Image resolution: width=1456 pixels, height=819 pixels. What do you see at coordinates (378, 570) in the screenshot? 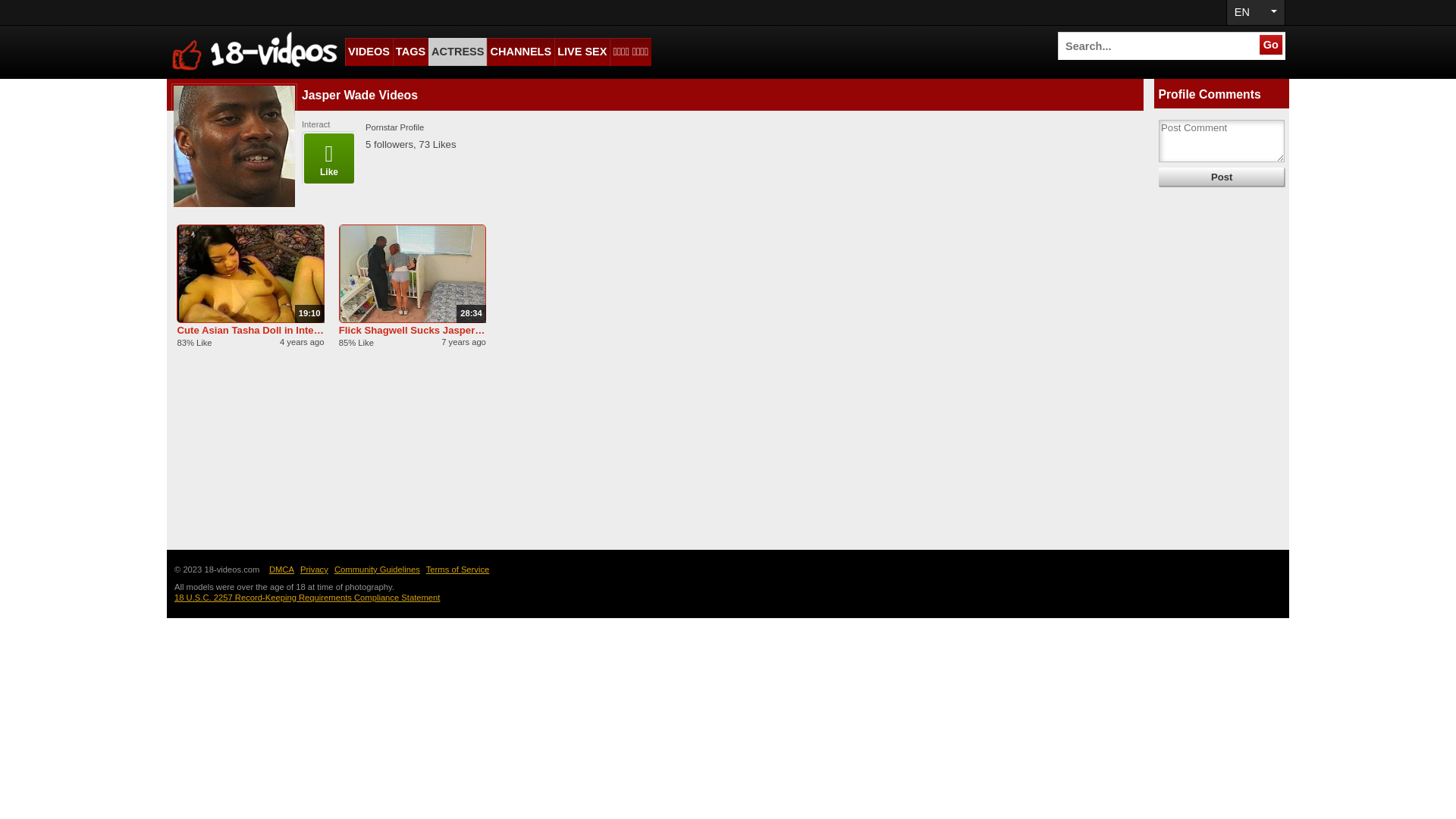
I see `'Community Guidelines'` at bounding box center [378, 570].